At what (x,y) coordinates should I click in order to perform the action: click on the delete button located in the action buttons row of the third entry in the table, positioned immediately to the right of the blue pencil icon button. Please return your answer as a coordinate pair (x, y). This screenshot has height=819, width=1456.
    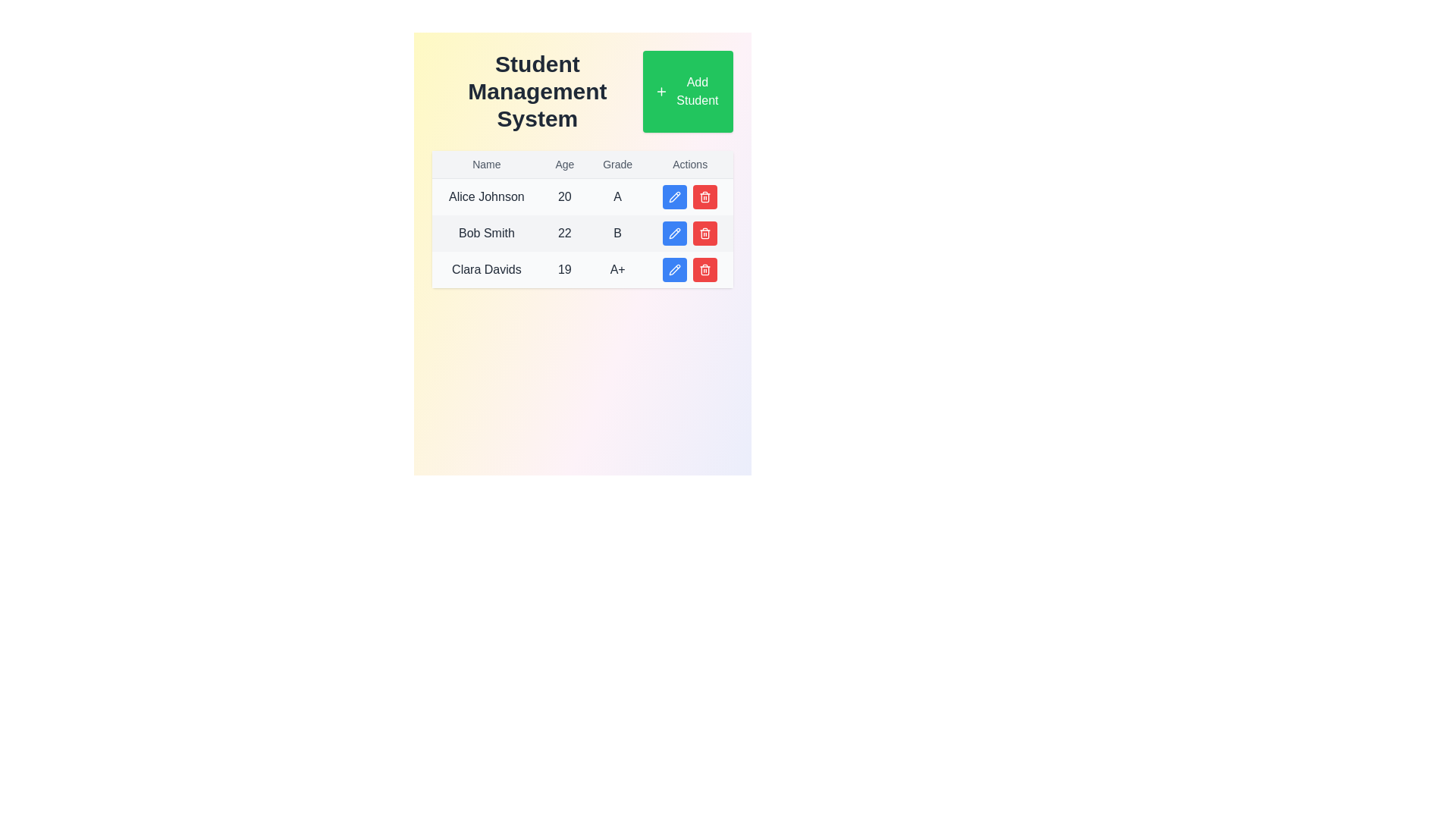
    Looking at the image, I should click on (704, 196).